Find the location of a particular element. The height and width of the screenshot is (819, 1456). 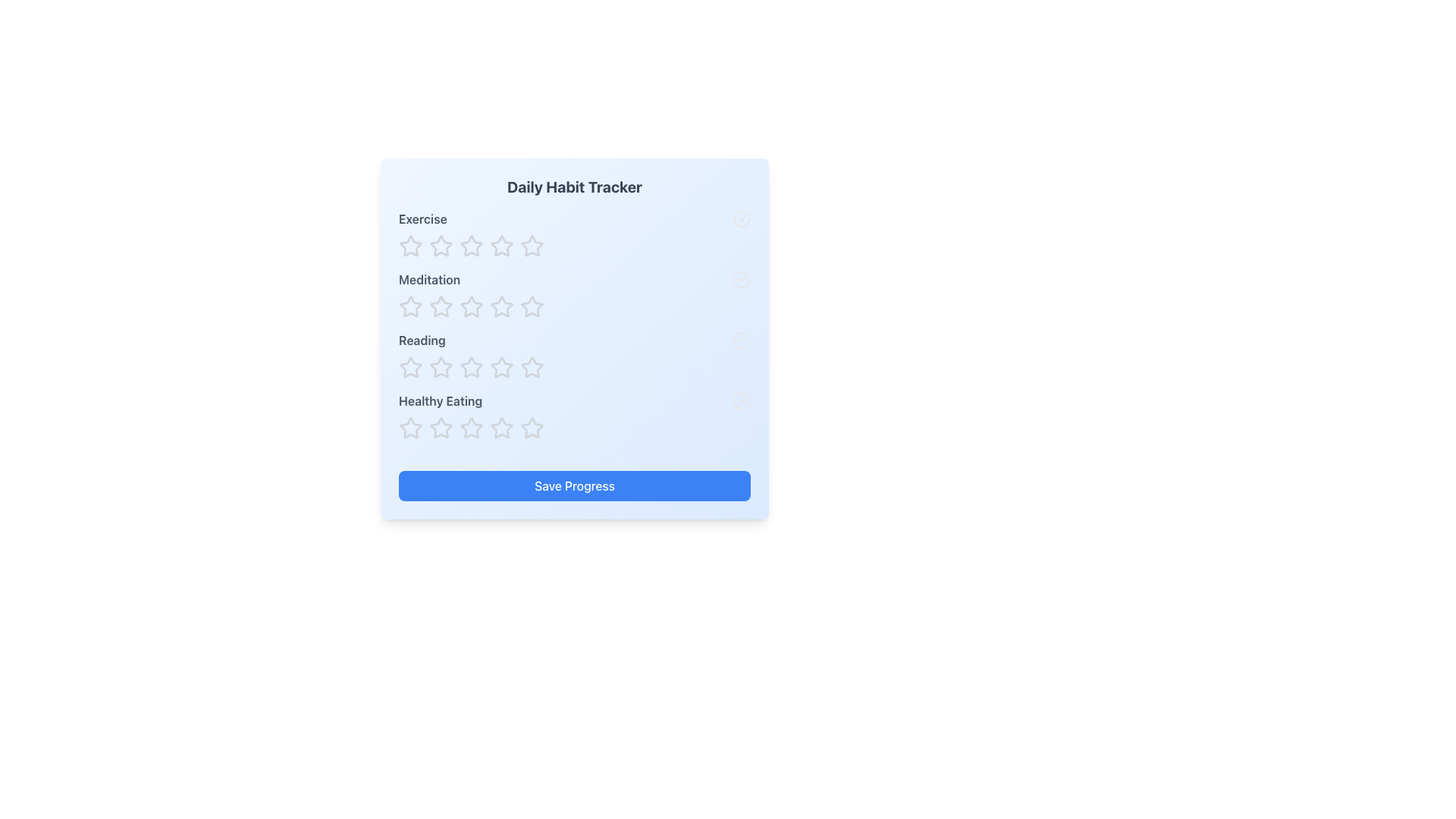

the star-shaped icon located under the 'Healthy Eating' label in the 'Daily Habit Tracker' module to rate is located at coordinates (411, 428).